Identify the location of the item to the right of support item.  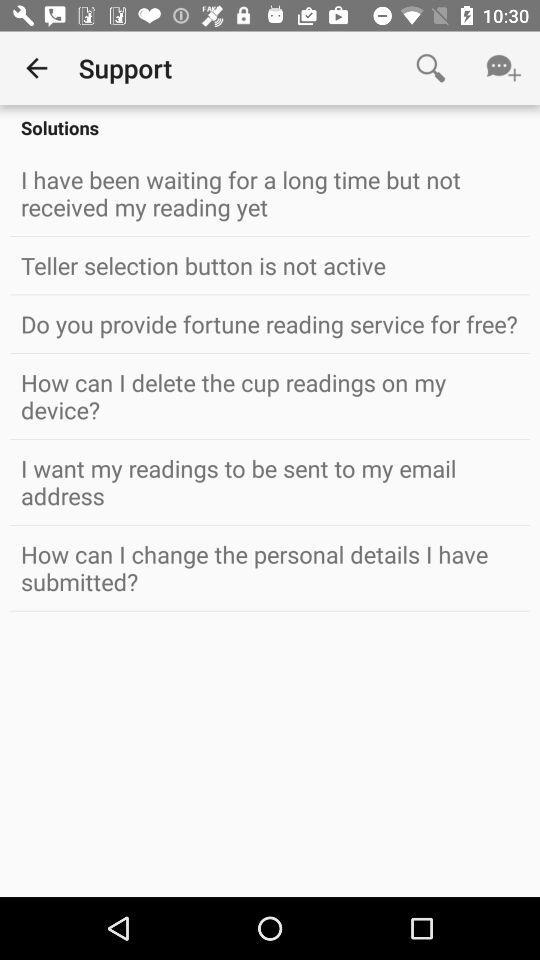
(429, 68).